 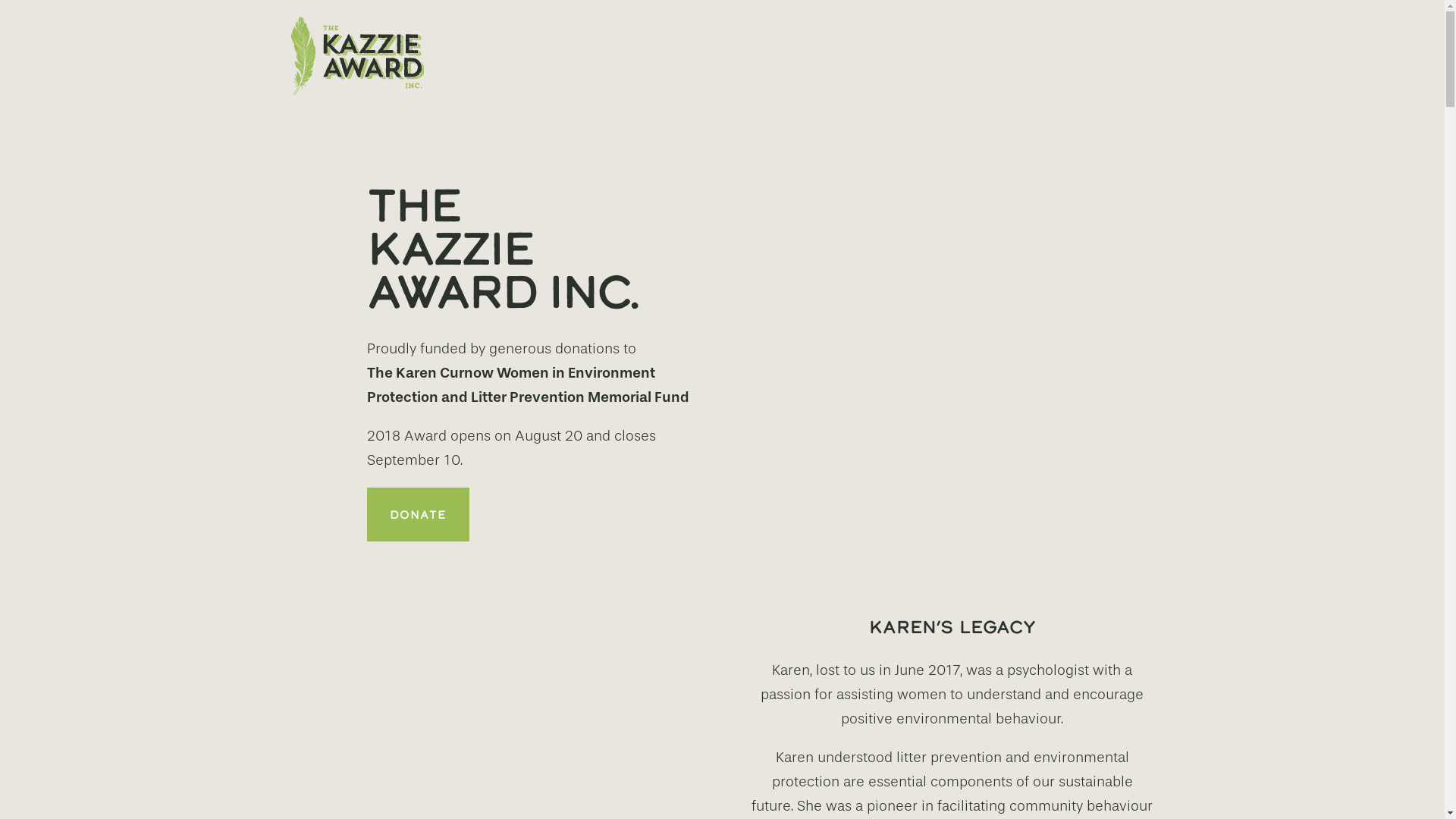 What do you see at coordinates (418, 513) in the screenshot?
I see `'DONATE'` at bounding box center [418, 513].